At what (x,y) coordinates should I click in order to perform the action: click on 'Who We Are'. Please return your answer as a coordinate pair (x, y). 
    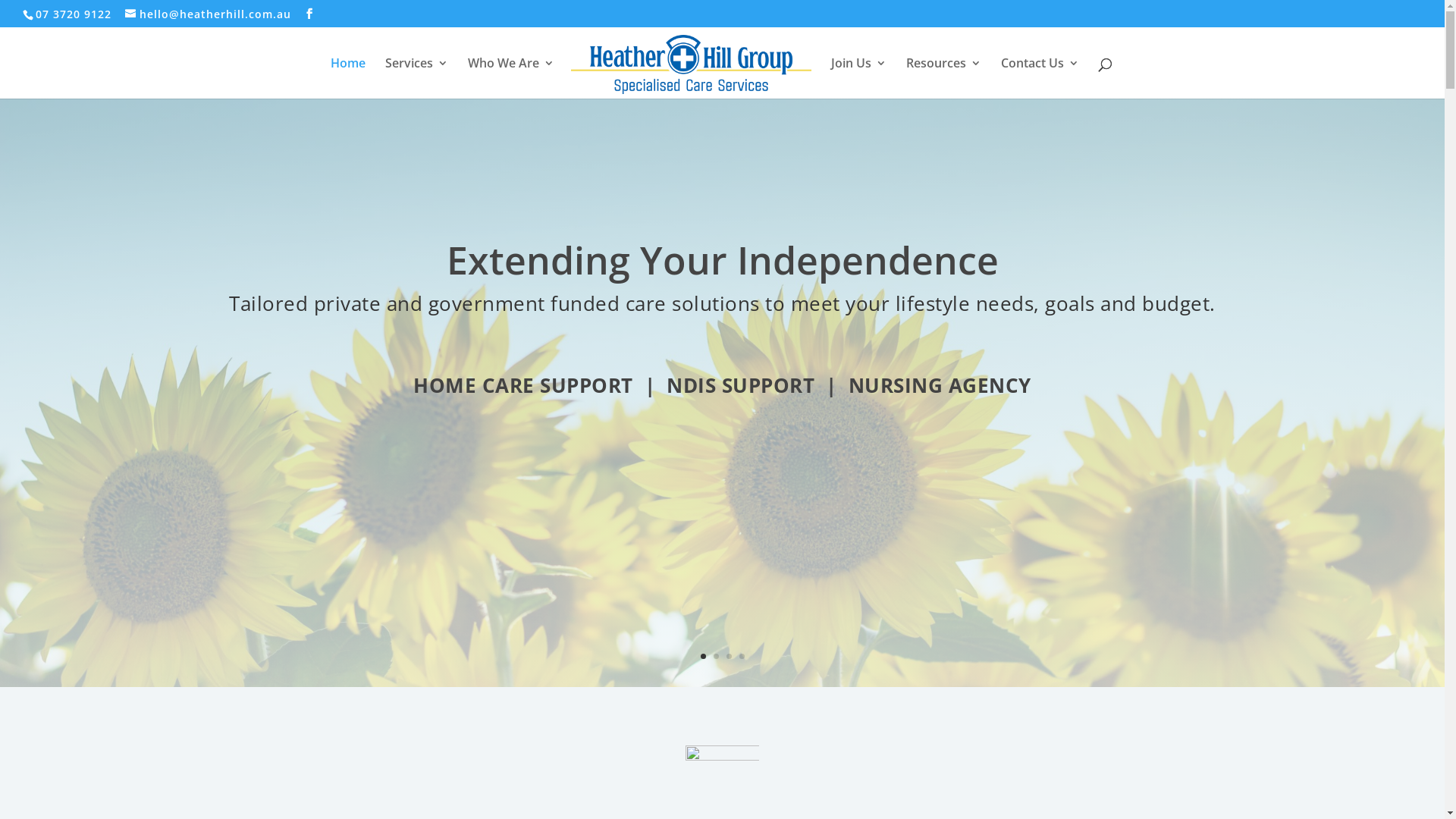
    Looking at the image, I should click on (510, 78).